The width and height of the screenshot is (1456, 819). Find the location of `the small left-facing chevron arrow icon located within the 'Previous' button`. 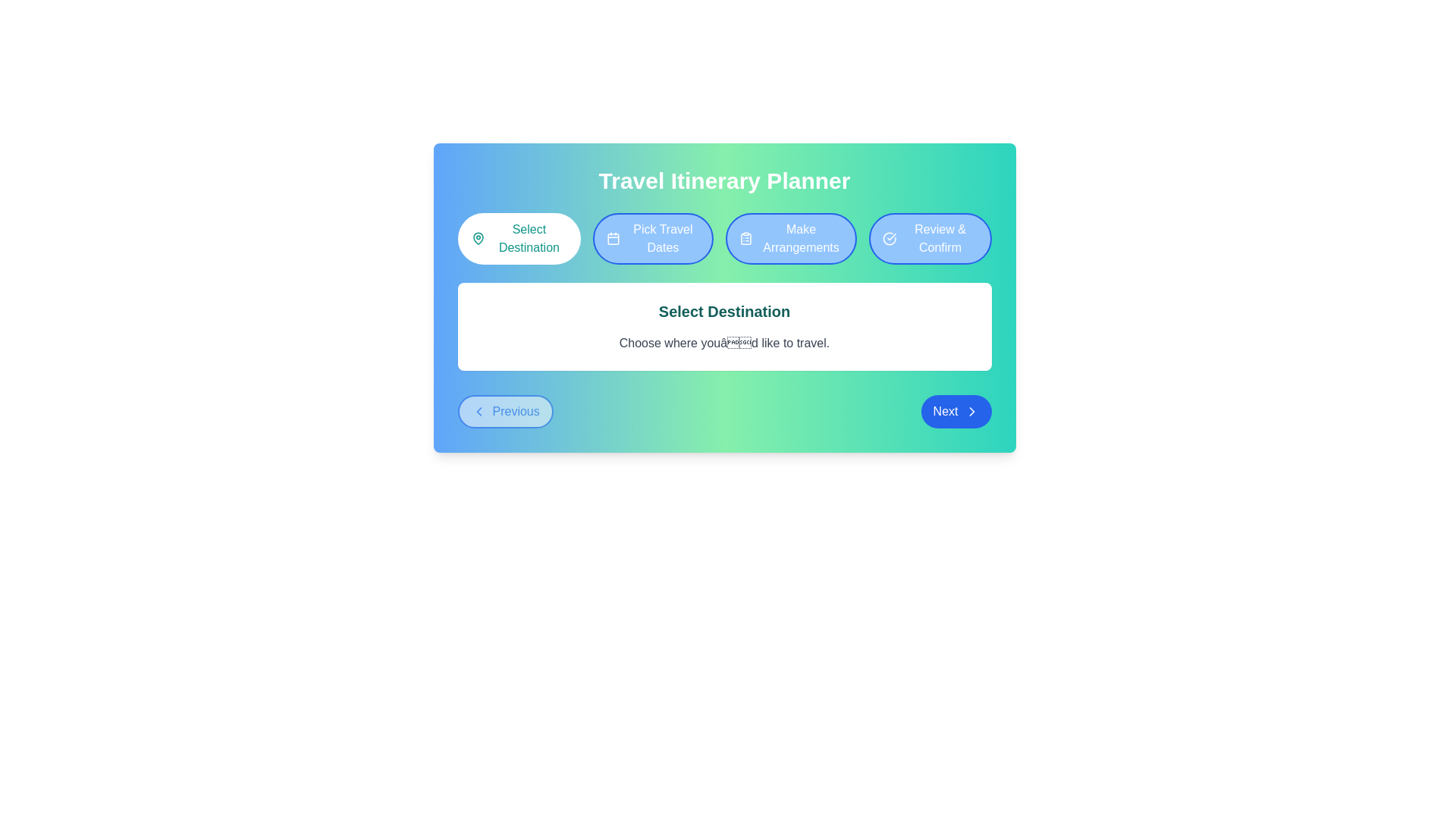

the small left-facing chevron arrow icon located within the 'Previous' button is located at coordinates (478, 412).